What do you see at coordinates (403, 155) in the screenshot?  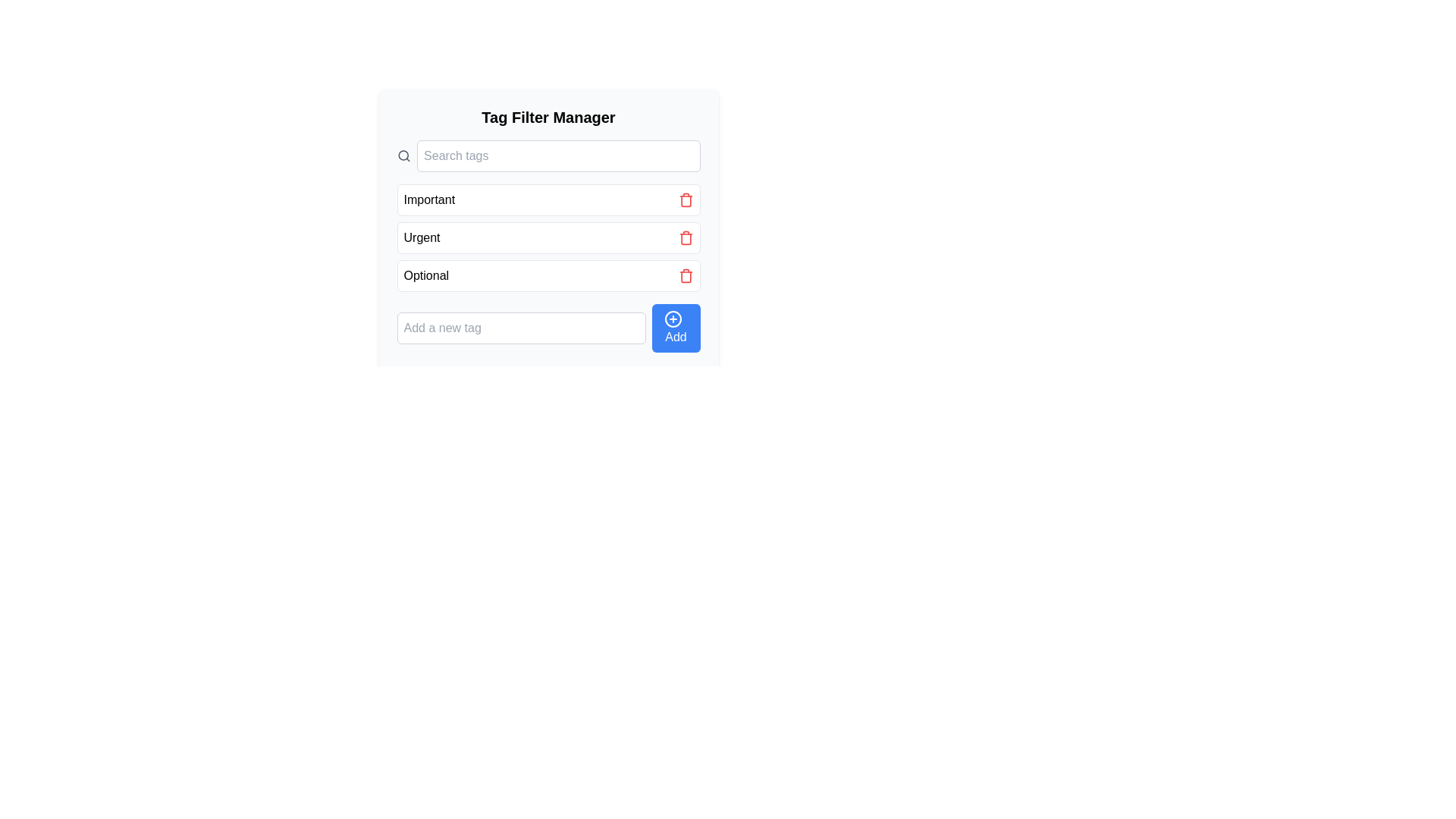 I see `the search icon located in the top-left corner of the 'Tag Filter Manager' interface, next to the 'Search tags' text input field` at bounding box center [403, 155].